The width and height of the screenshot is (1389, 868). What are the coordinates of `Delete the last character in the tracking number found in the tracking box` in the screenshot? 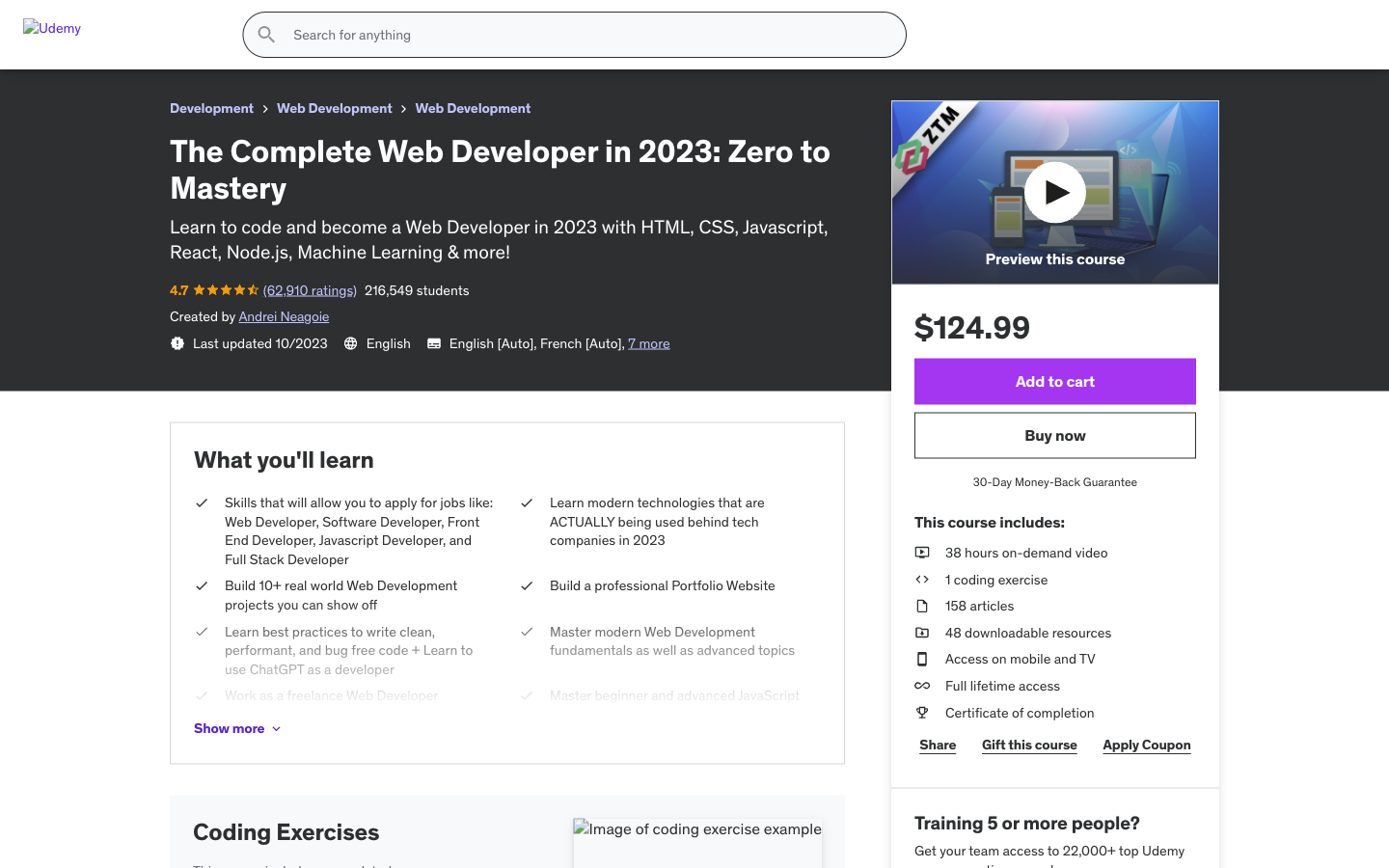 It's located at (568, 335).